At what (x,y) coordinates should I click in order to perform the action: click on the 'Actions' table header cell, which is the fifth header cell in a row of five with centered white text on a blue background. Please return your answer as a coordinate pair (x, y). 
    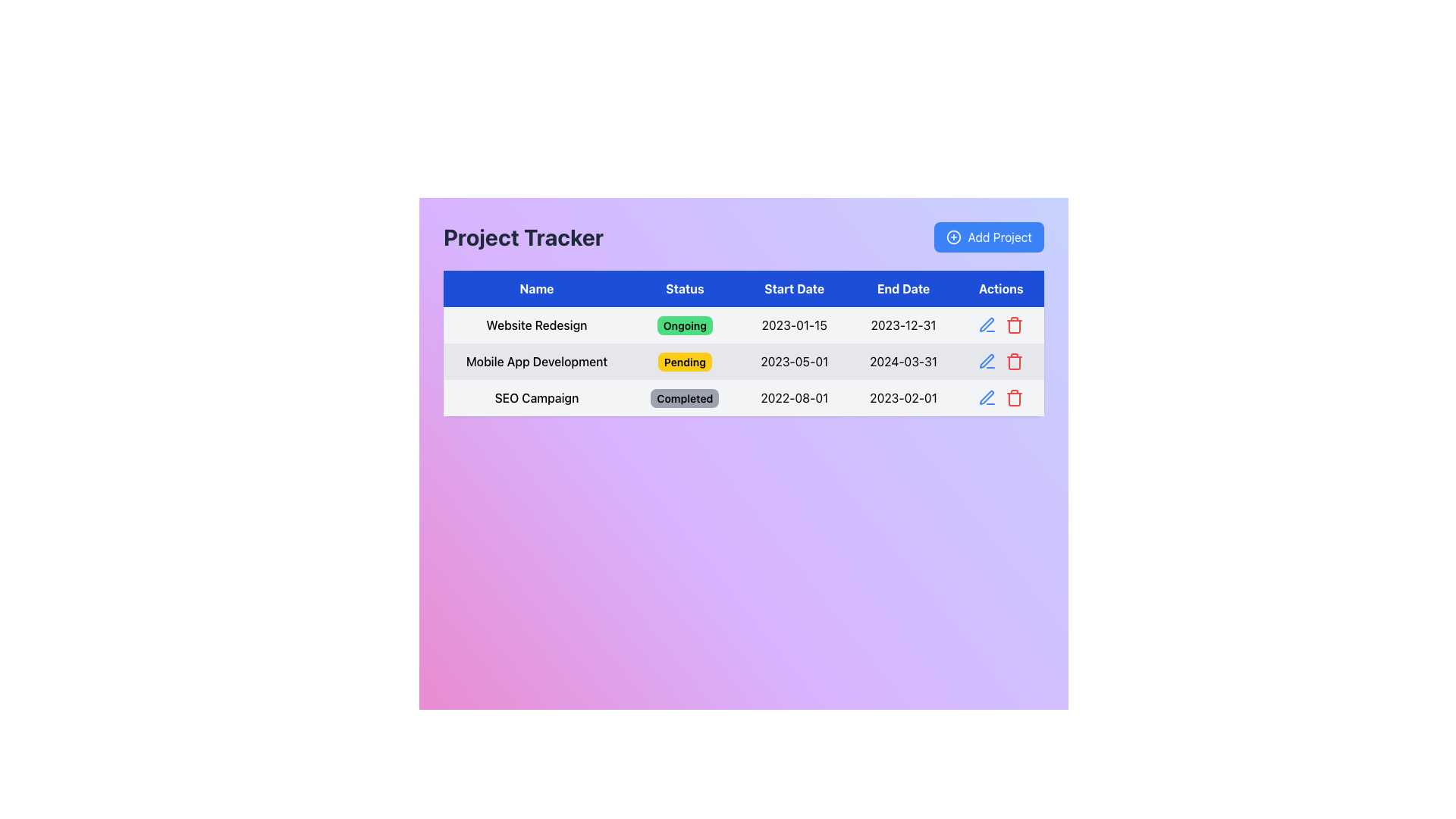
    Looking at the image, I should click on (1001, 289).